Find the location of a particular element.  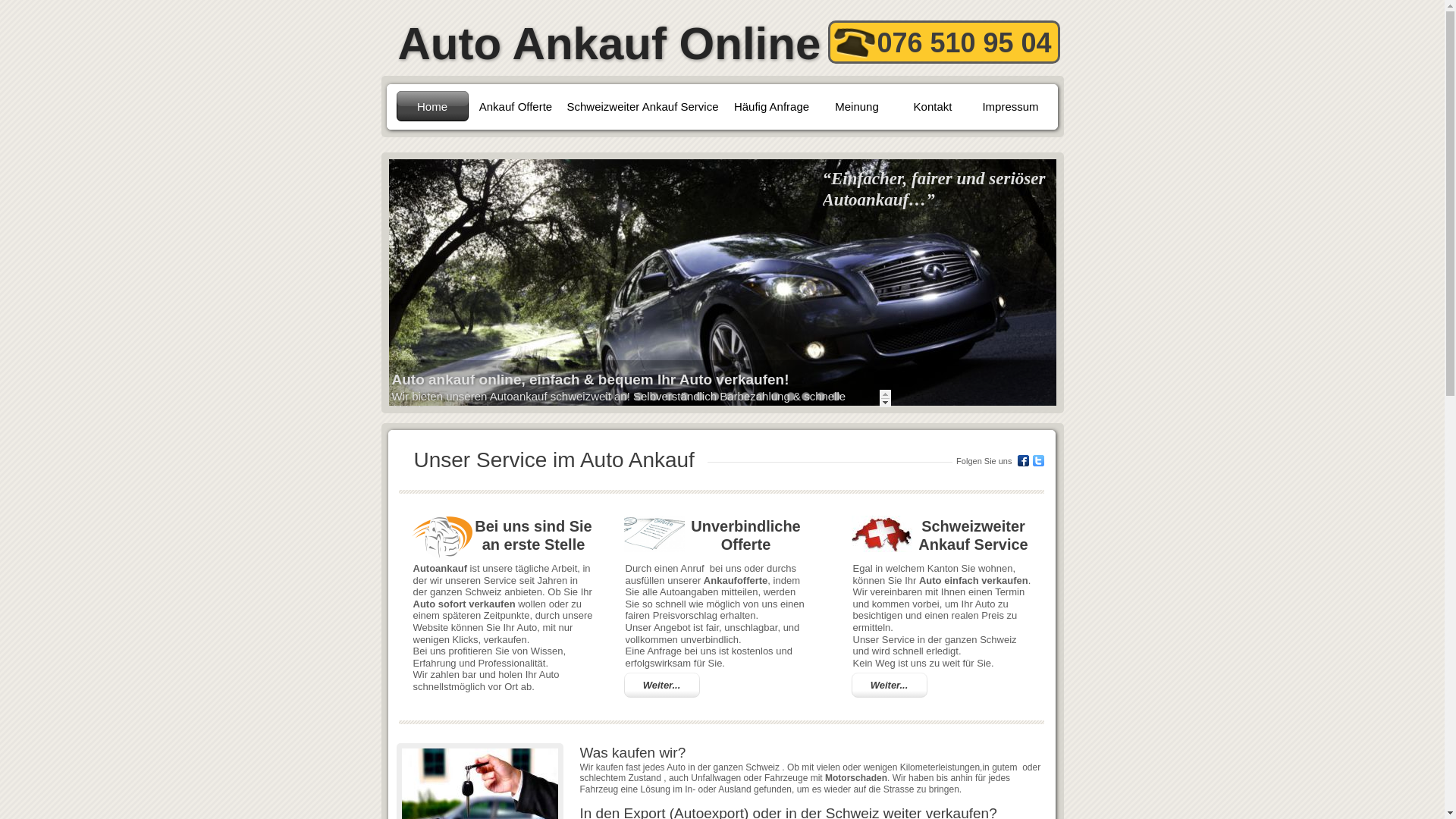

'Motorschaden' is located at coordinates (855, 777).